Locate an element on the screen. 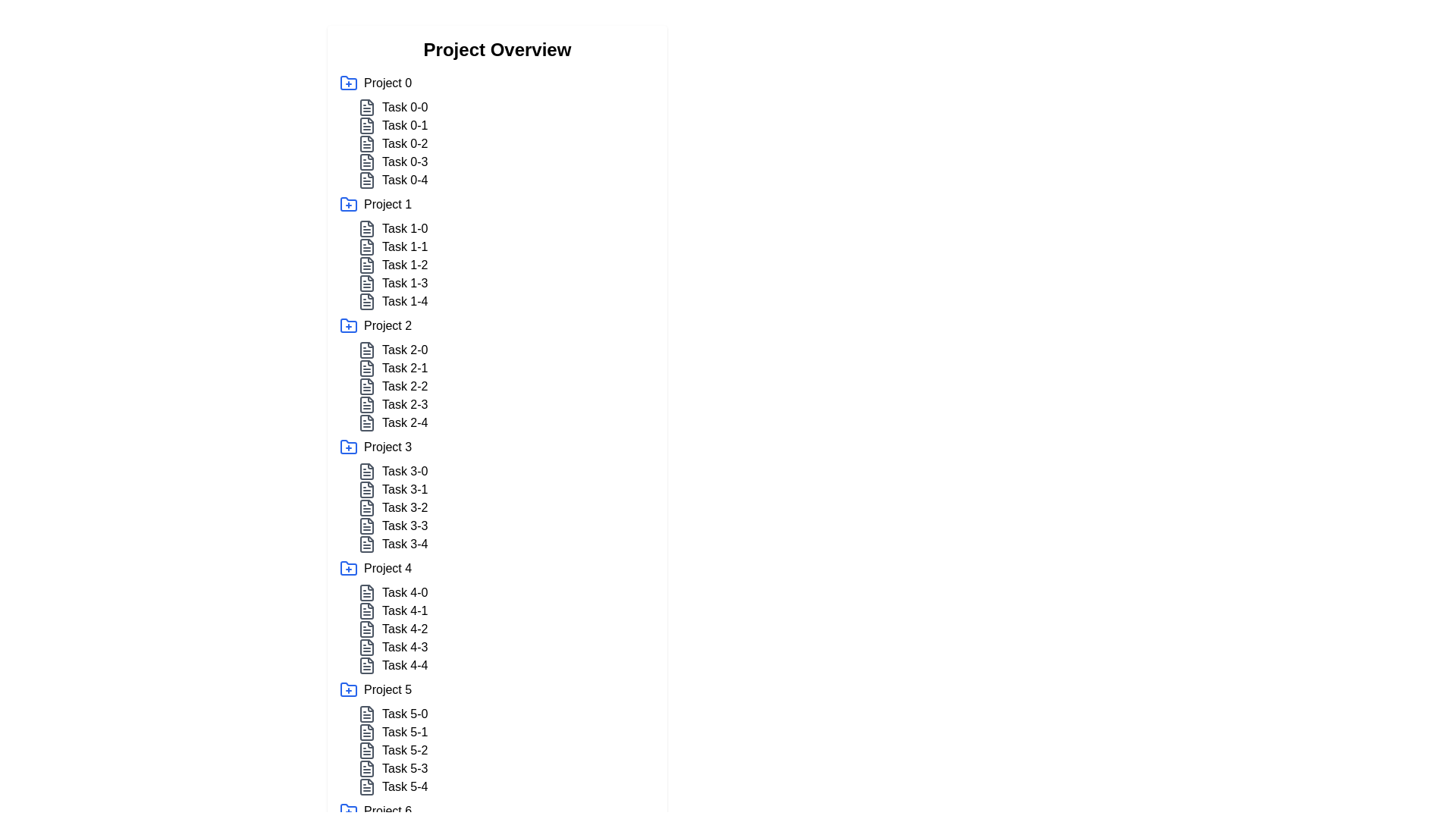 This screenshot has height=819, width=1456. the text label representing the third task in the 'Project 1' subsection of the project list is located at coordinates (405, 265).